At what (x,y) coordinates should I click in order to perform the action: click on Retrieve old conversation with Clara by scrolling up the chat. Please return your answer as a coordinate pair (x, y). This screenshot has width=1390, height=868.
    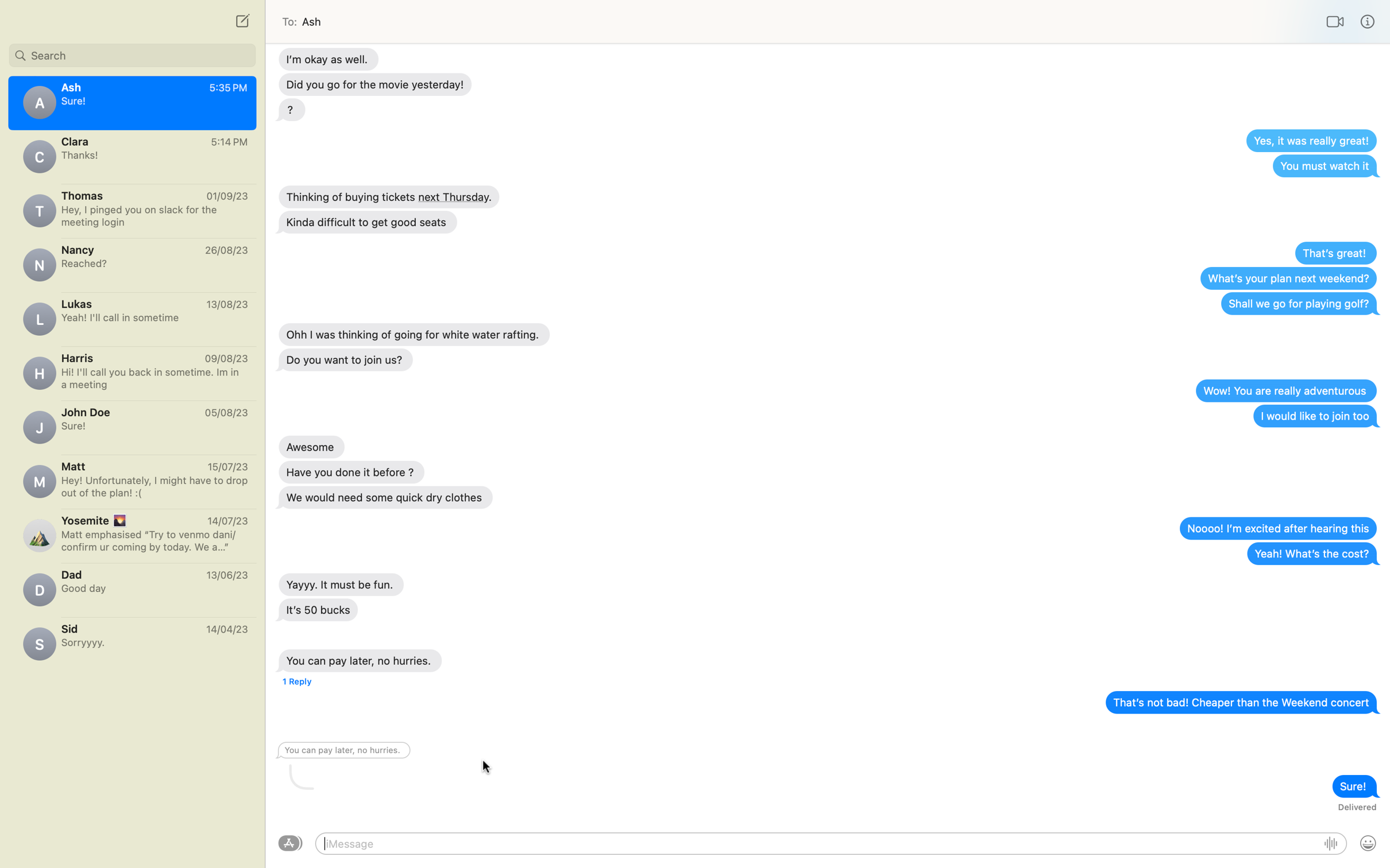
    Looking at the image, I should click on (132, 156).